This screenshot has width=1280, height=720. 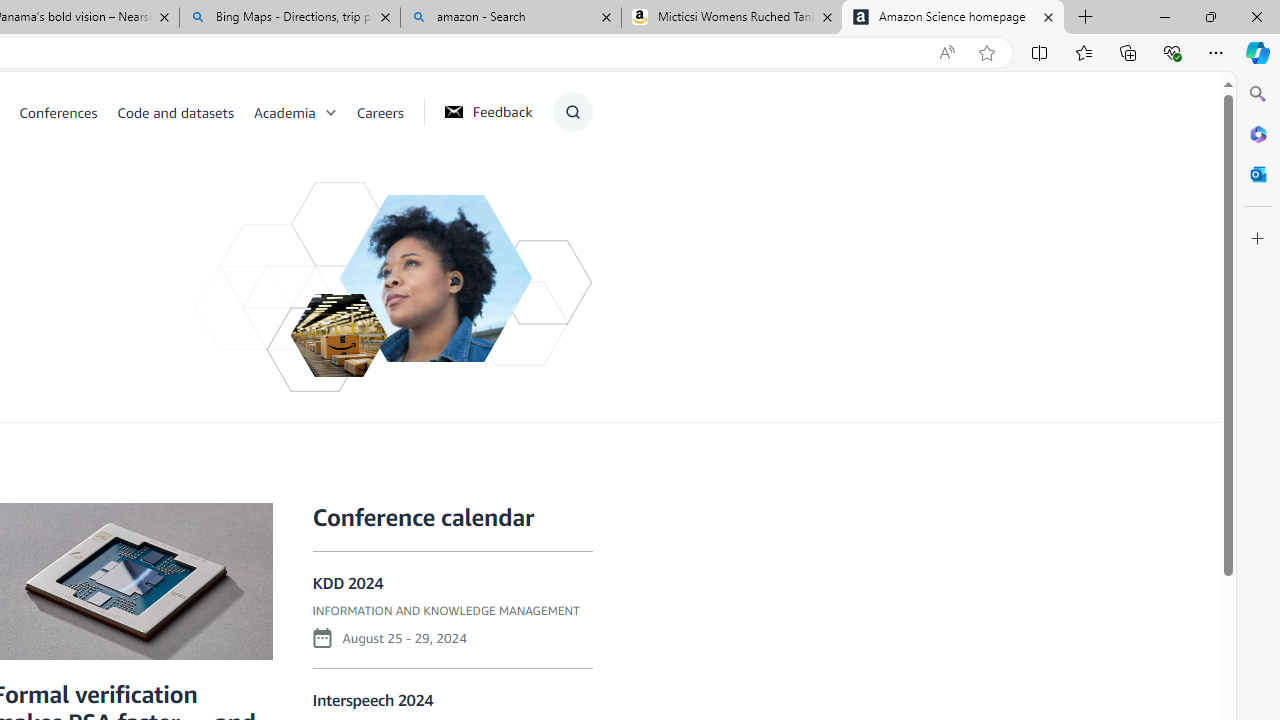 I want to click on 'Class: icon-magnify', so click(x=571, y=111).